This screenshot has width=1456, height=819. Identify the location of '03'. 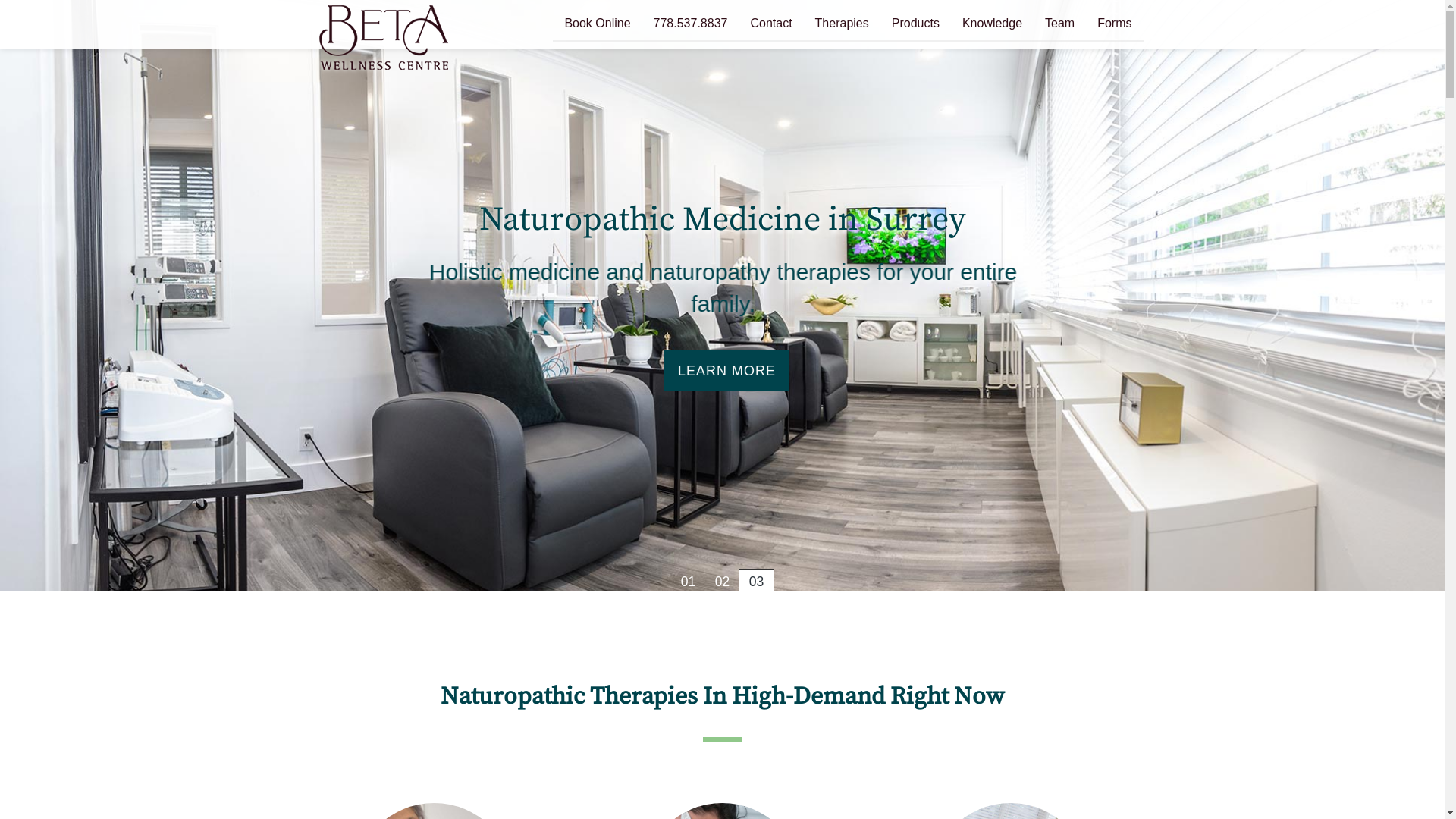
(739, 579).